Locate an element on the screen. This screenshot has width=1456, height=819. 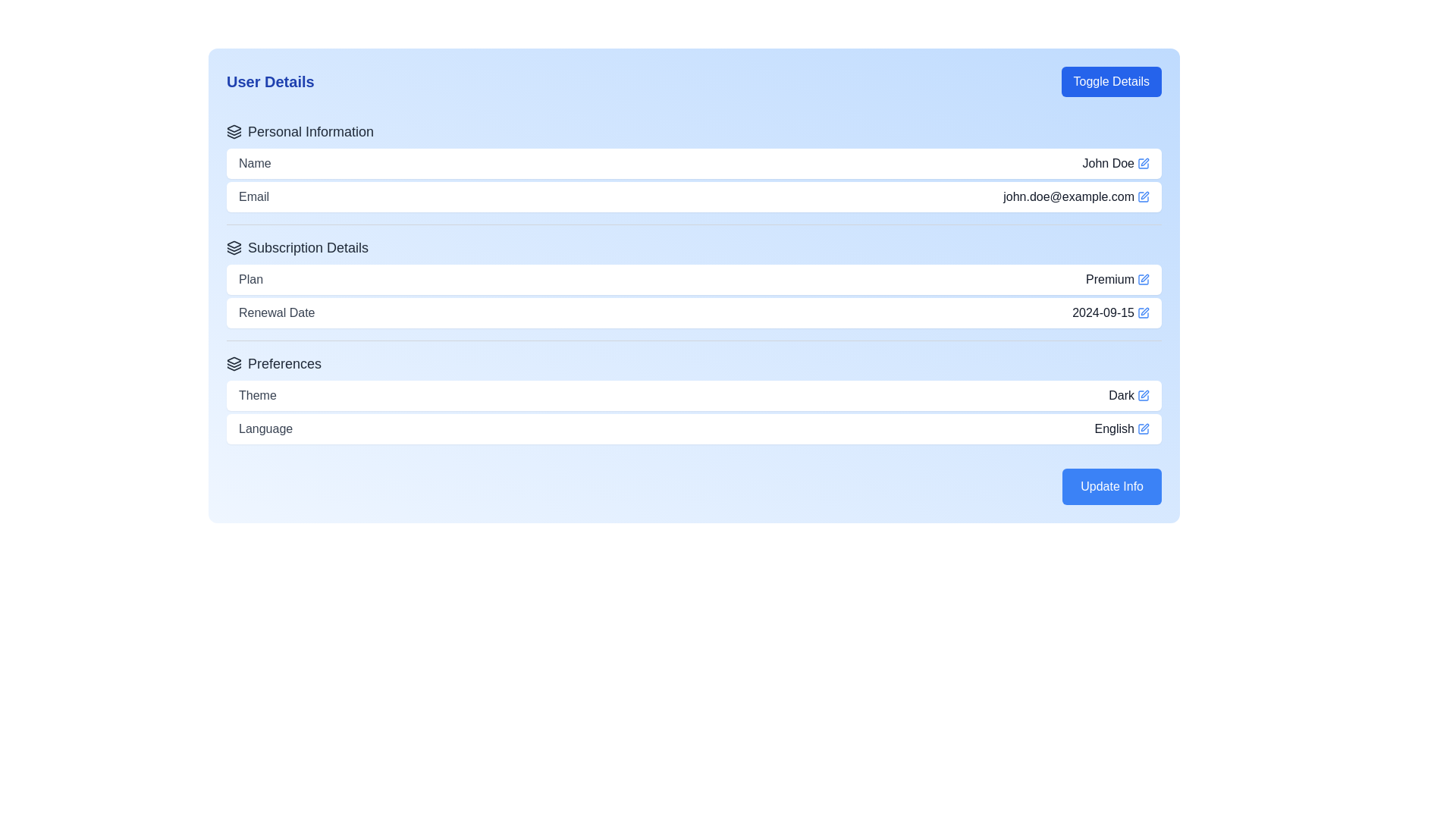
the iconic button resembling a pen located next to the 'Renewal Date' field in the 'Subscription Details' section is located at coordinates (1143, 312).